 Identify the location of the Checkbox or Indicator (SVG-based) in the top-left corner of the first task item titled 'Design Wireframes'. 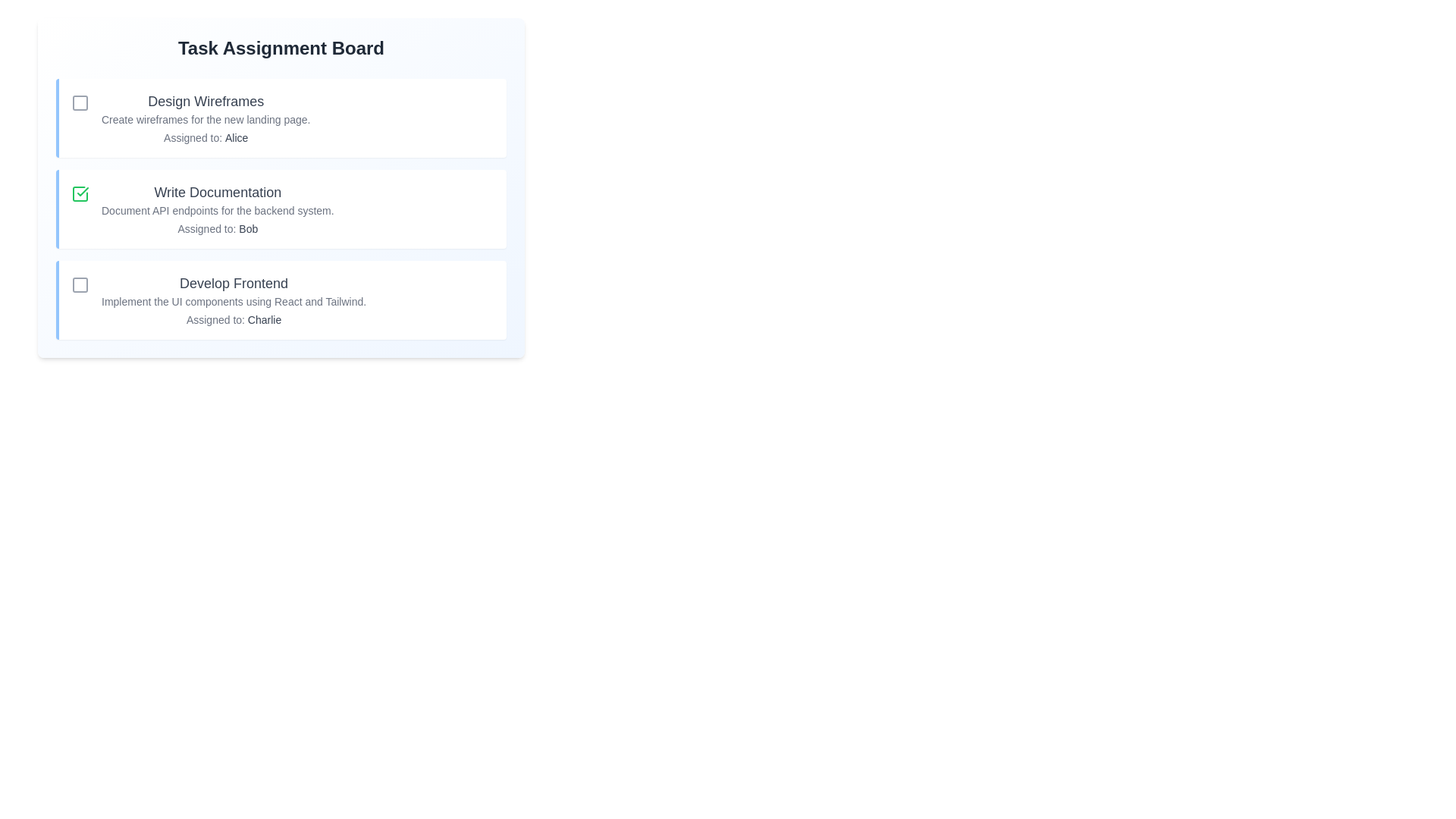
(79, 102).